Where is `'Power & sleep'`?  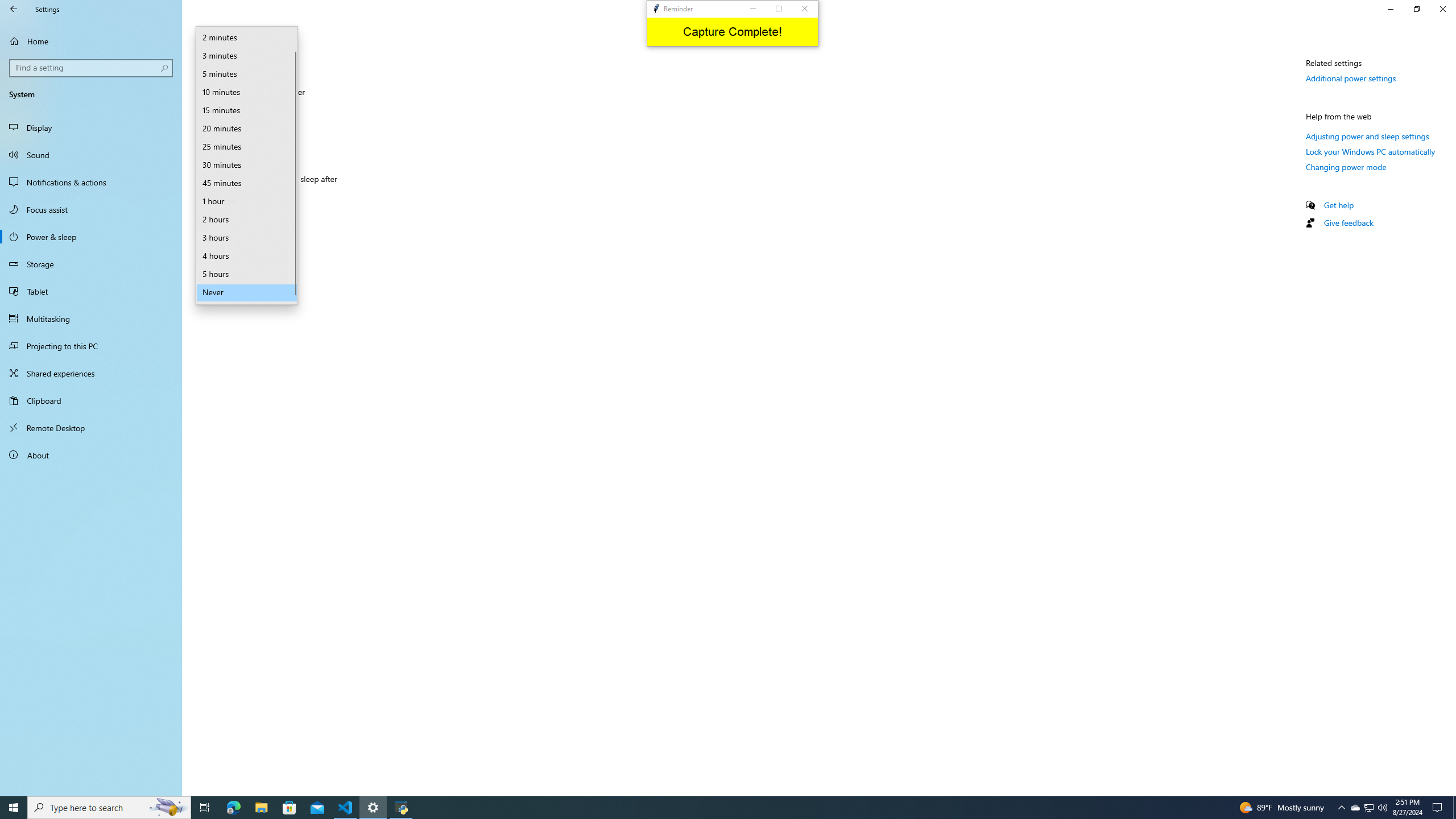
'Power & sleep' is located at coordinates (90, 236).